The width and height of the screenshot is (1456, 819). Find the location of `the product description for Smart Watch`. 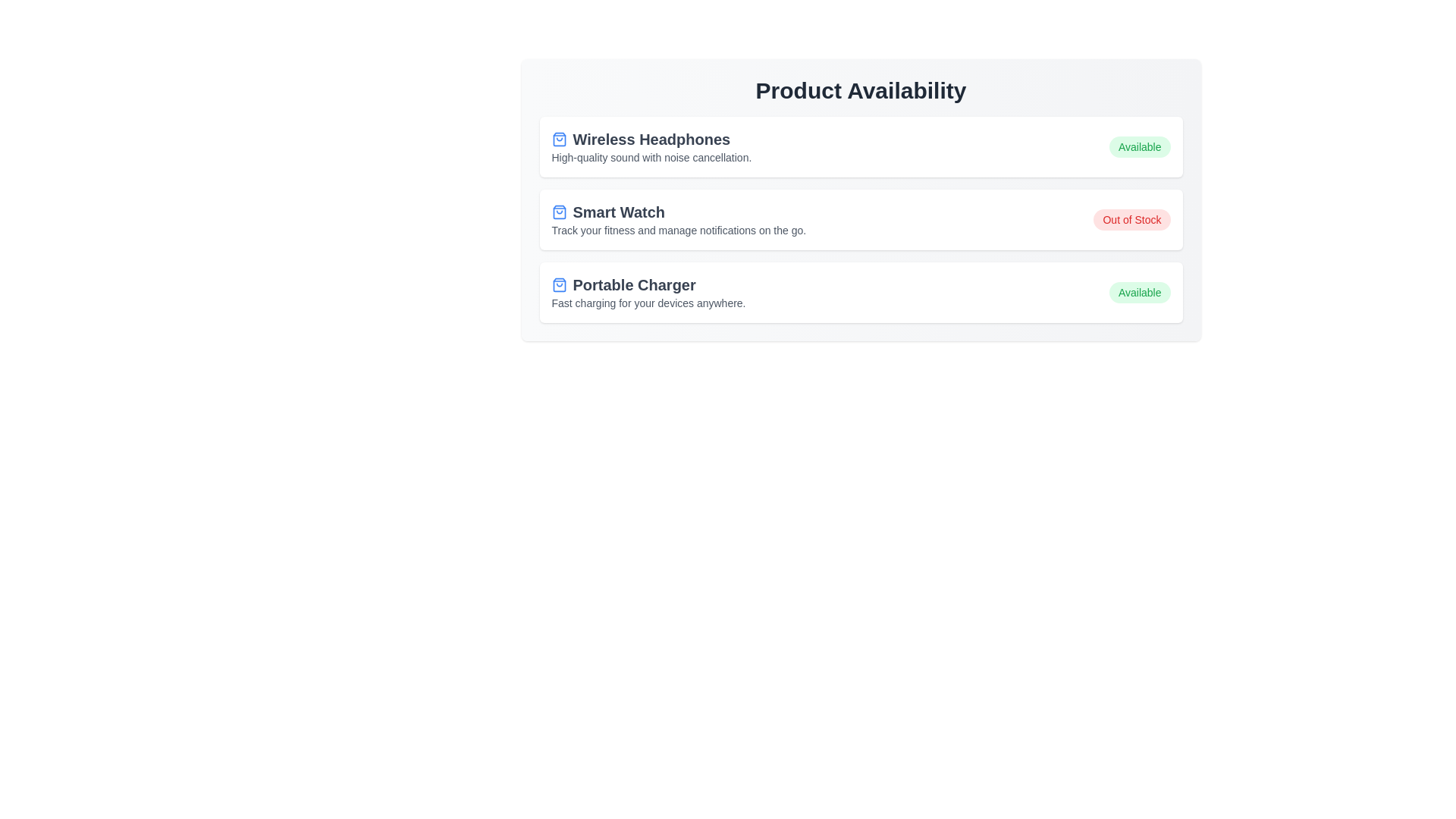

the product description for Smart Watch is located at coordinates (678, 219).